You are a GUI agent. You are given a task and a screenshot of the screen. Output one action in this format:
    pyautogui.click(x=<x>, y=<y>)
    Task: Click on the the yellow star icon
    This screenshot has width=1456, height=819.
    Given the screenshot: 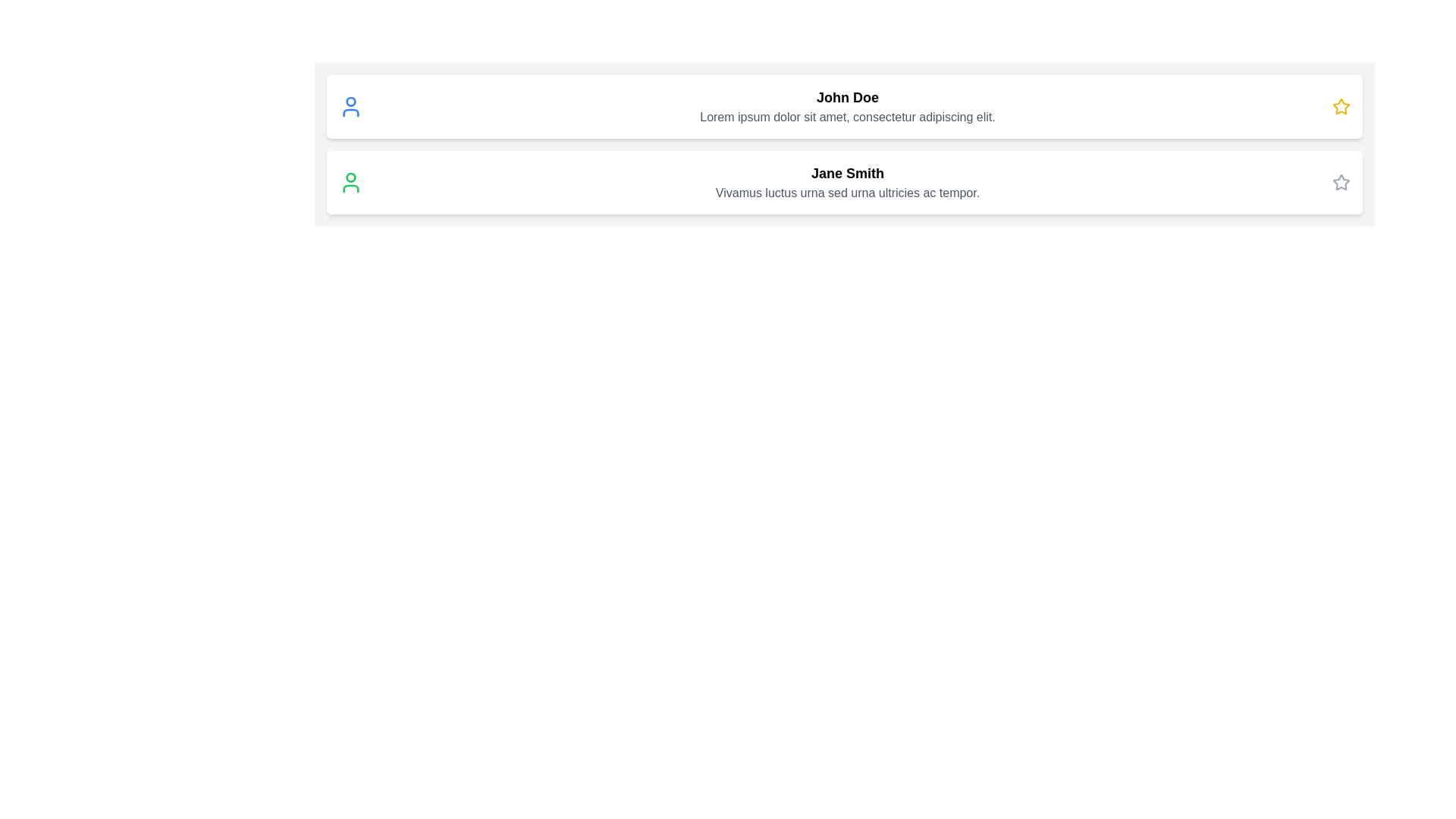 What is the action you would take?
    pyautogui.click(x=1341, y=106)
    